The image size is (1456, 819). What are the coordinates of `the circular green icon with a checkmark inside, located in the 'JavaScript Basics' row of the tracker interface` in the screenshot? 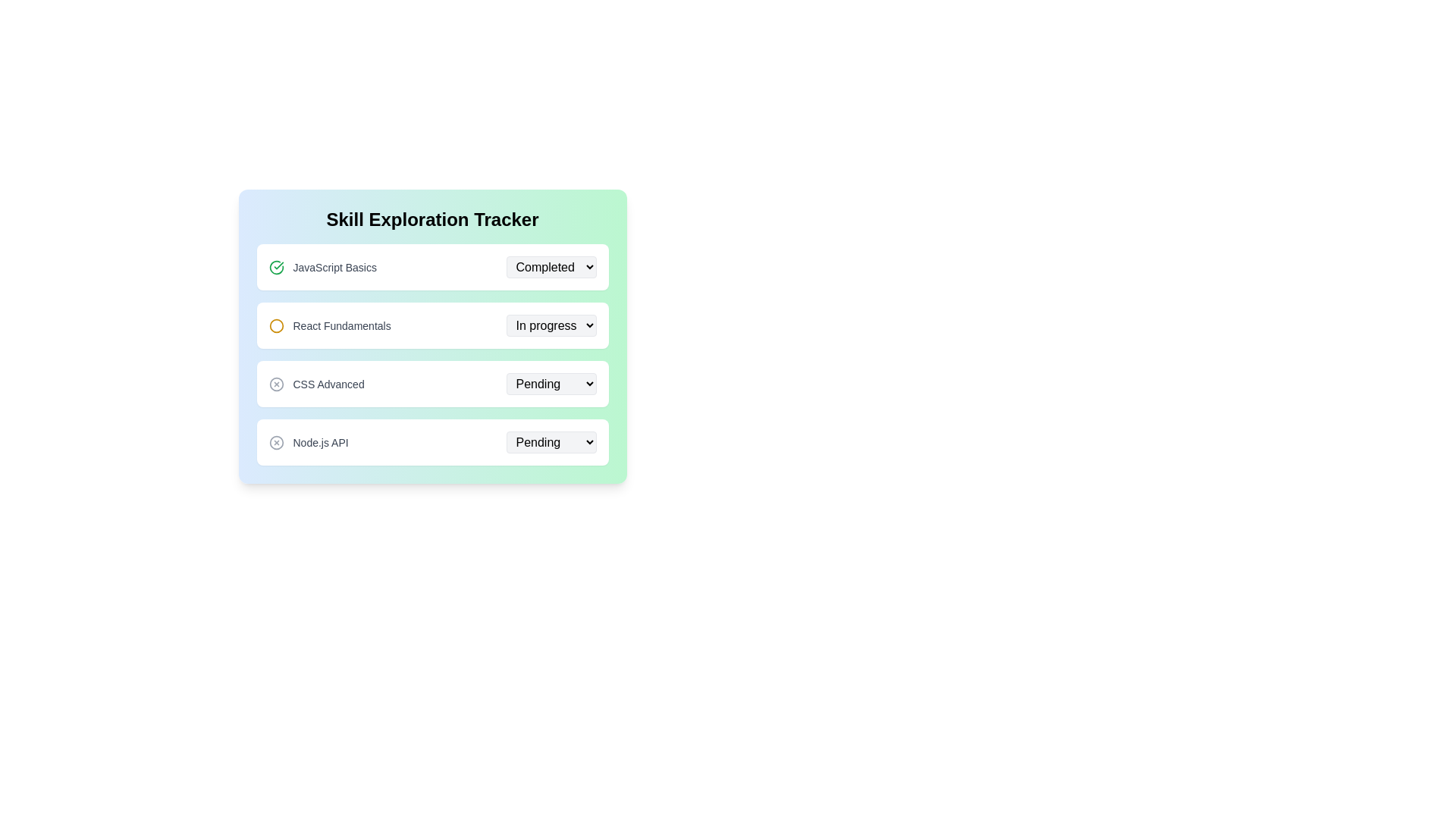 It's located at (276, 266).